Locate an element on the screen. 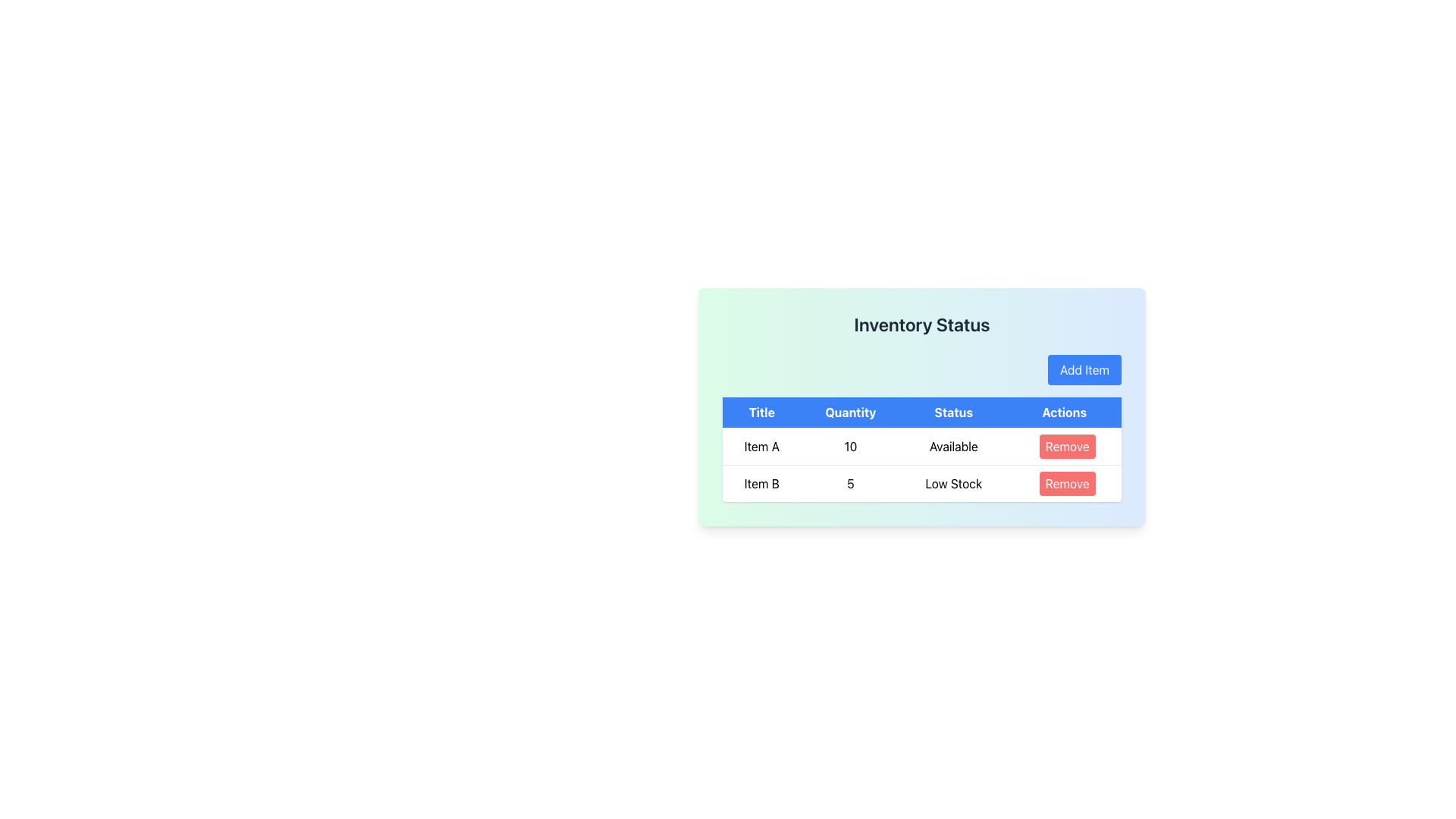  the 'Status' table header, which is the third column in the header row, located between 'Quantity' and 'Actions' is located at coordinates (952, 413).